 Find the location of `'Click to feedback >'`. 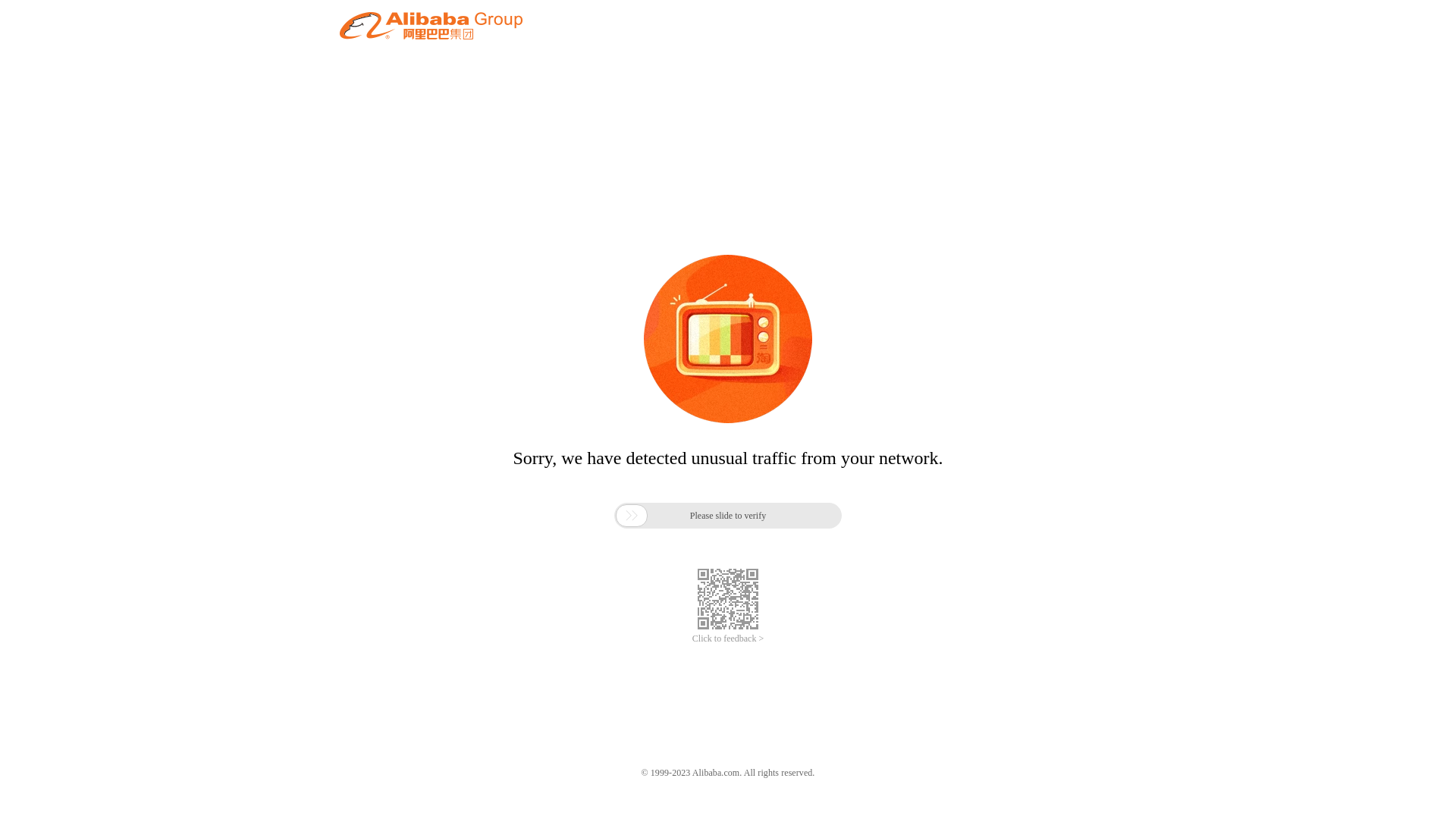

'Click to feedback >' is located at coordinates (691, 639).